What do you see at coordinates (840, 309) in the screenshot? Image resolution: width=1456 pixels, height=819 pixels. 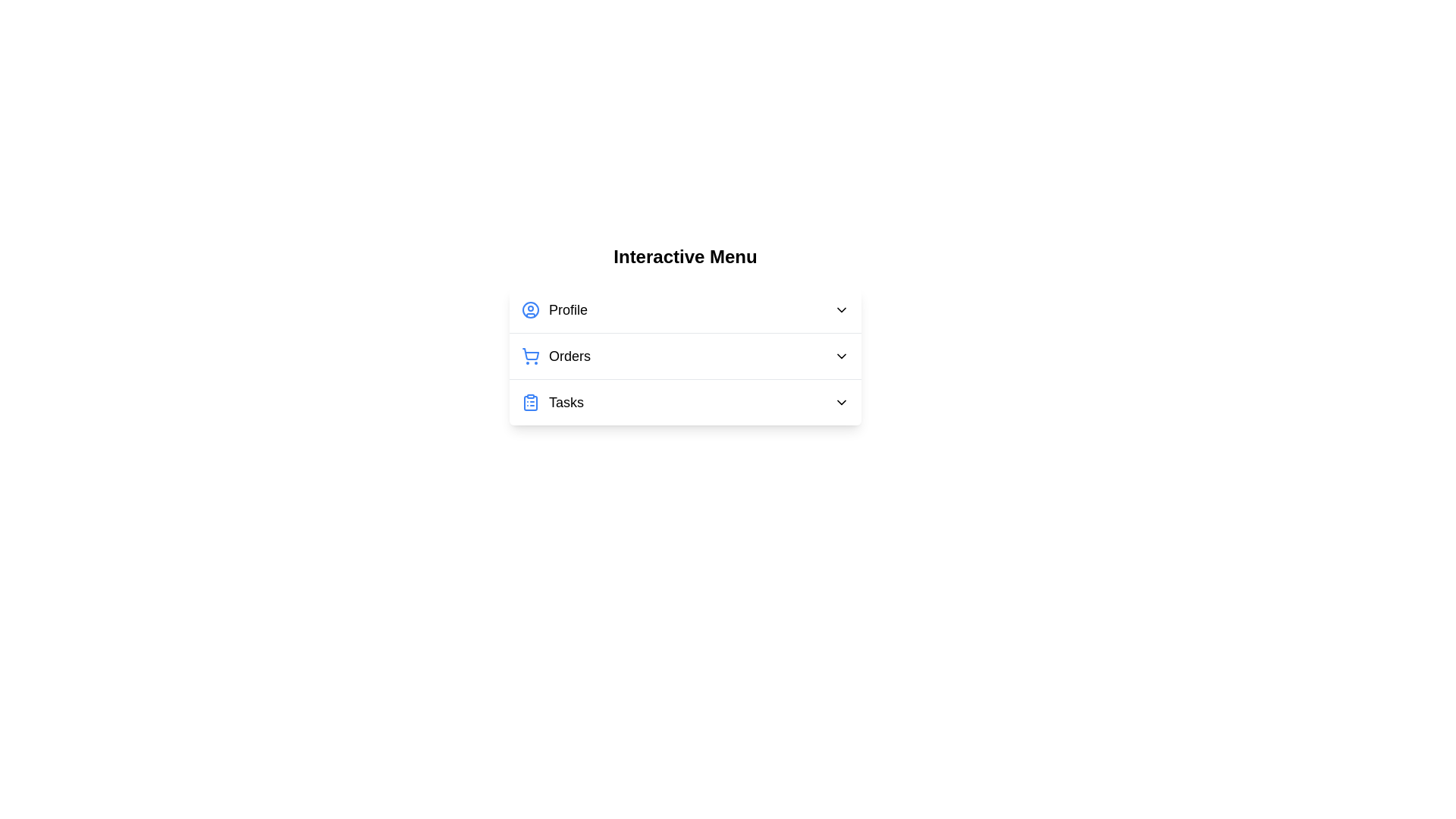 I see `the downward chevron icon at the far-right end of the 'Profile' row` at bounding box center [840, 309].